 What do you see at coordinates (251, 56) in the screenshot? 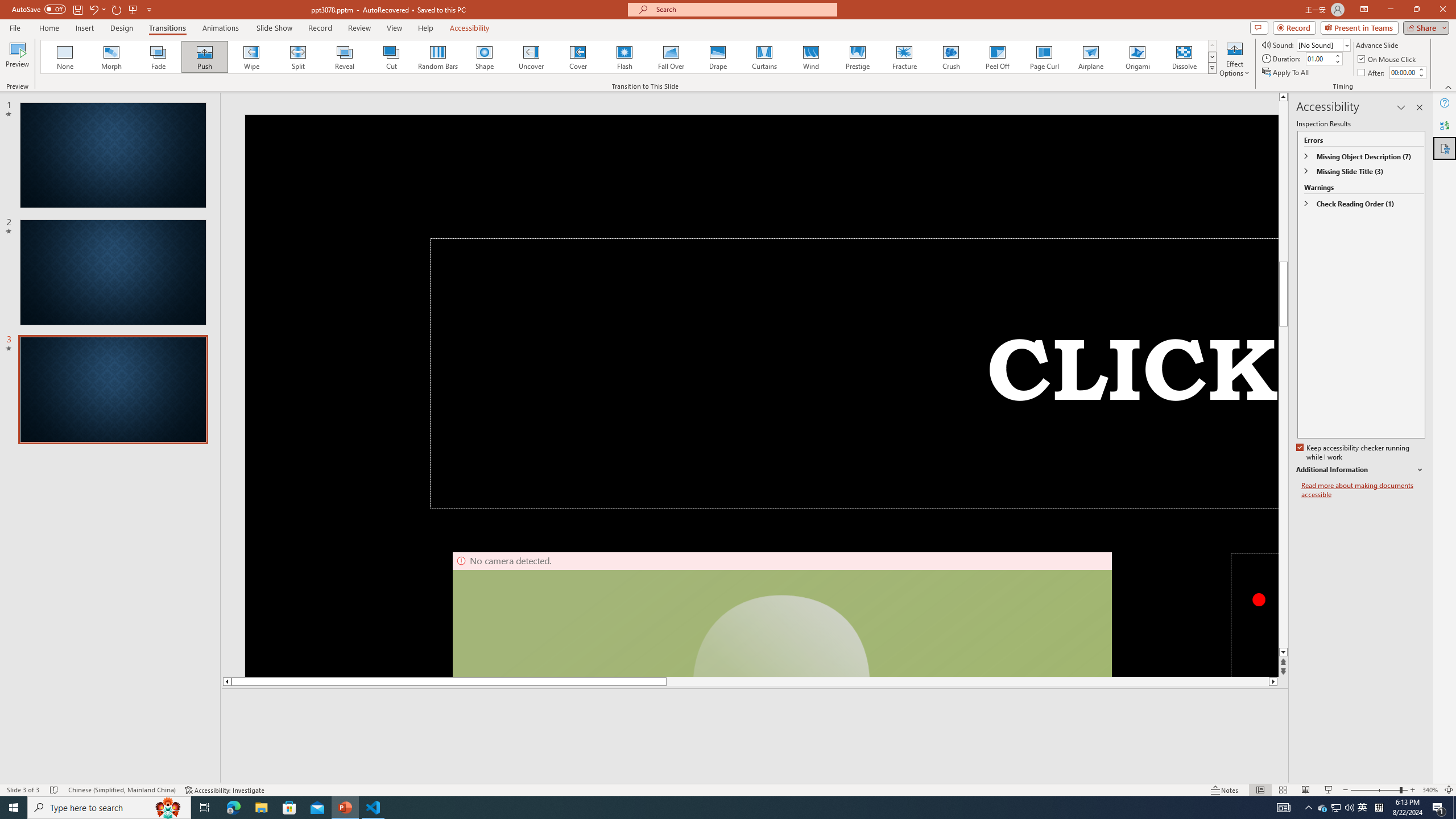
I see `'Wipe'` at bounding box center [251, 56].